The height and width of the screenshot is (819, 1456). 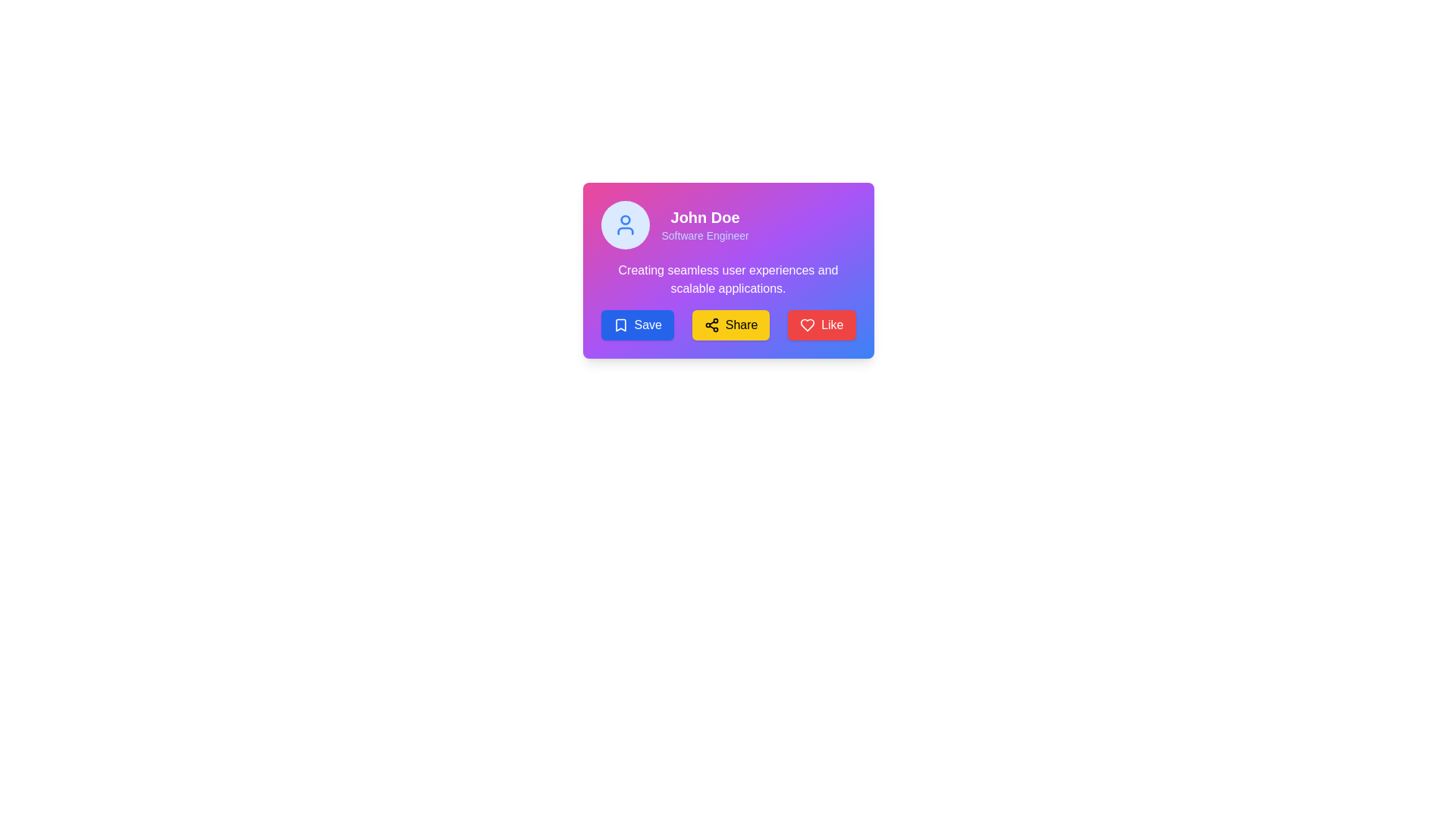 I want to click on the circular image icon representing the default profile picture of the user 'John Doe', so click(x=625, y=225).